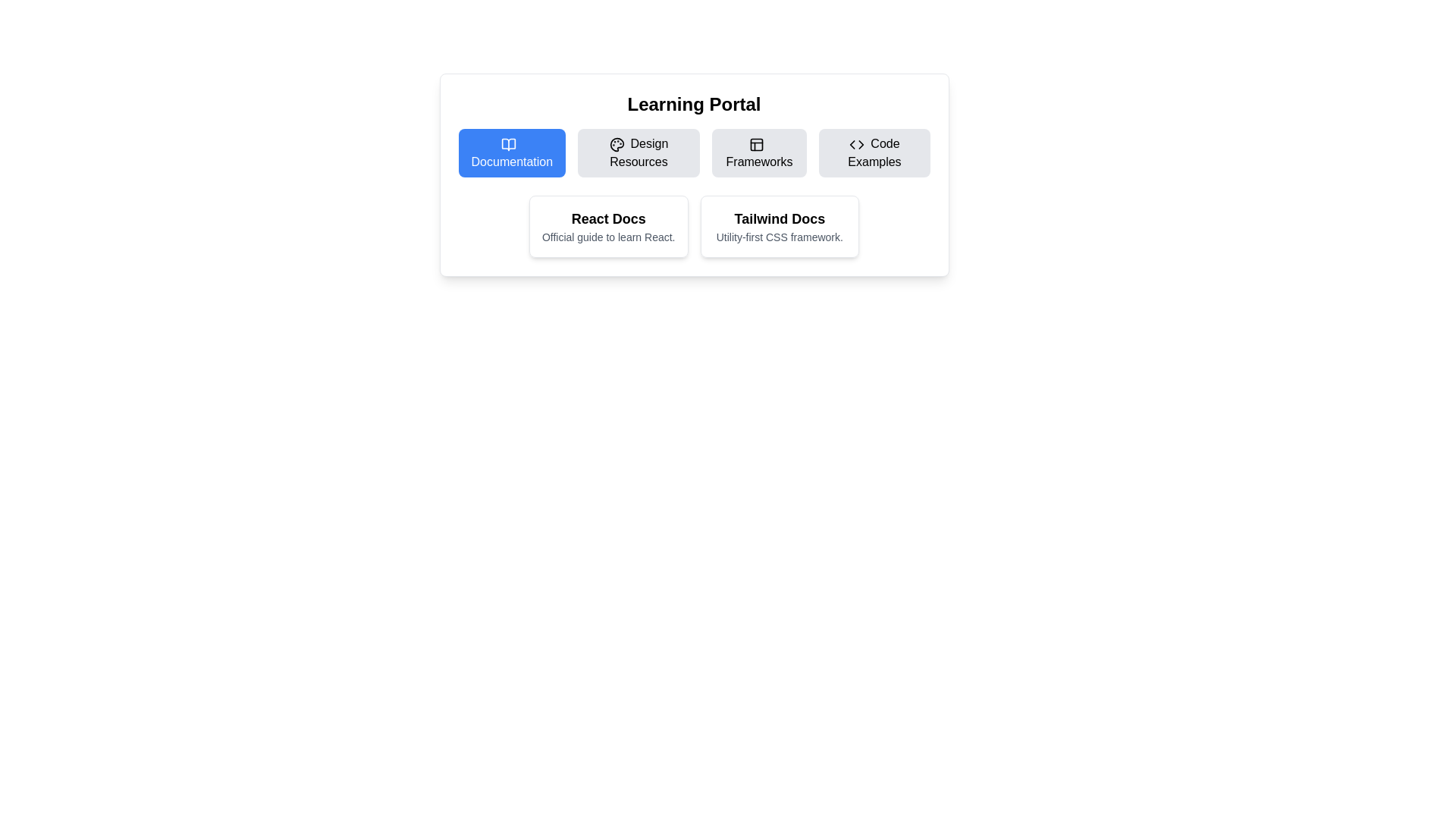 The height and width of the screenshot is (819, 1456). I want to click on the 'Frameworks' button, which is a rounded rectangular button with a gray background and an icon above the label, so click(759, 152).